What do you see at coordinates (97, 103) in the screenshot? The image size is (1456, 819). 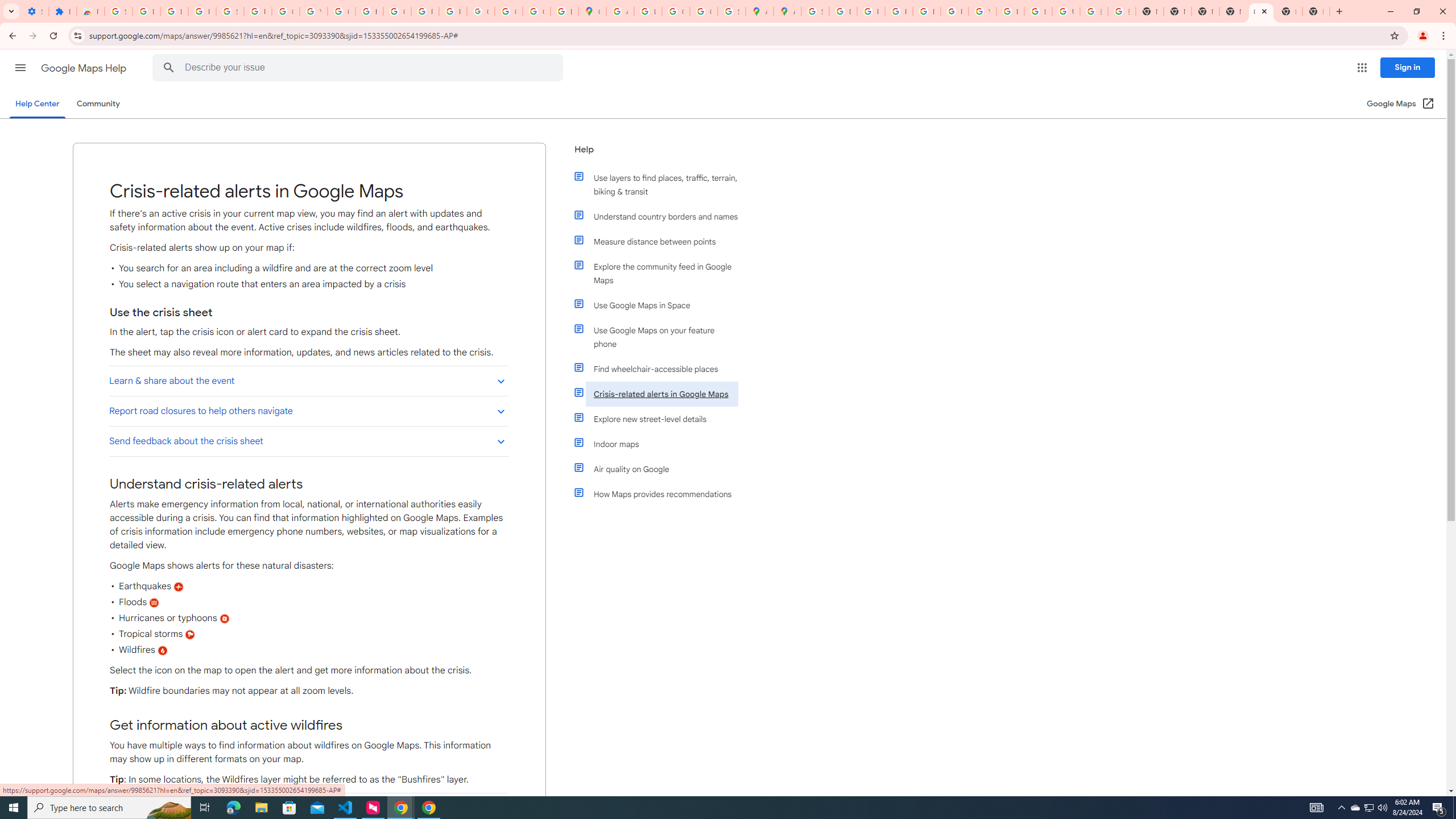 I see `'Community'` at bounding box center [97, 103].